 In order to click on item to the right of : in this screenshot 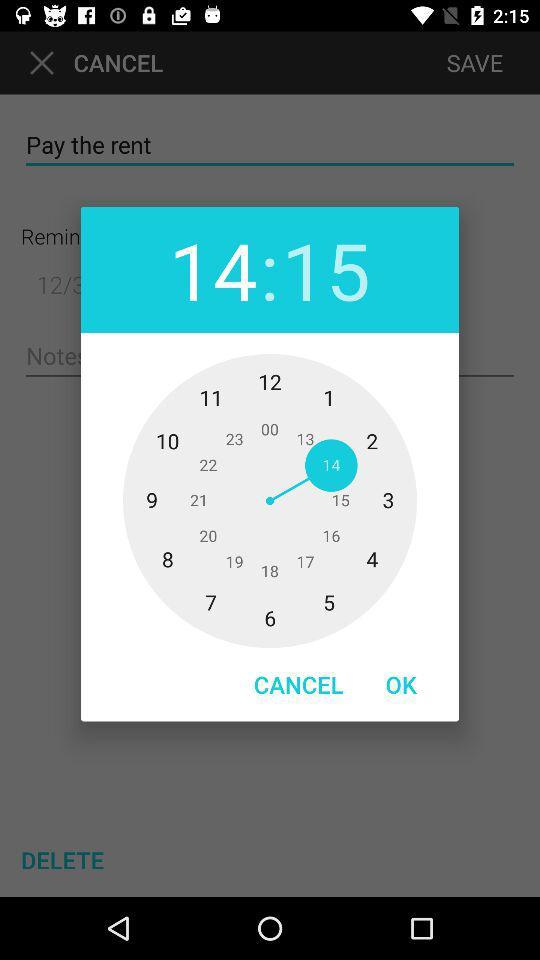, I will do `click(326, 268)`.